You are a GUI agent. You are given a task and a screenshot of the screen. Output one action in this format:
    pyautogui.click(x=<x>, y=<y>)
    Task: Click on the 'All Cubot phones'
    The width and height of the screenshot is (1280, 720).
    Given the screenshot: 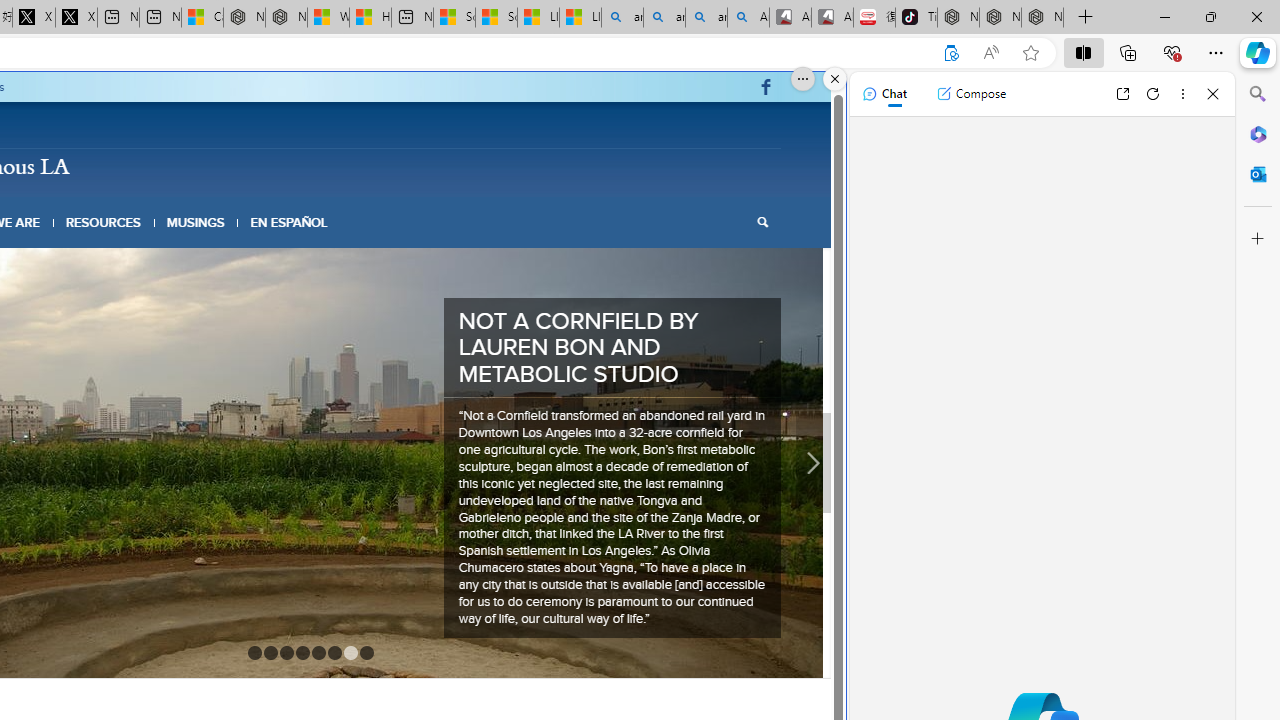 What is the action you would take?
    pyautogui.click(x=832, y=17)
    